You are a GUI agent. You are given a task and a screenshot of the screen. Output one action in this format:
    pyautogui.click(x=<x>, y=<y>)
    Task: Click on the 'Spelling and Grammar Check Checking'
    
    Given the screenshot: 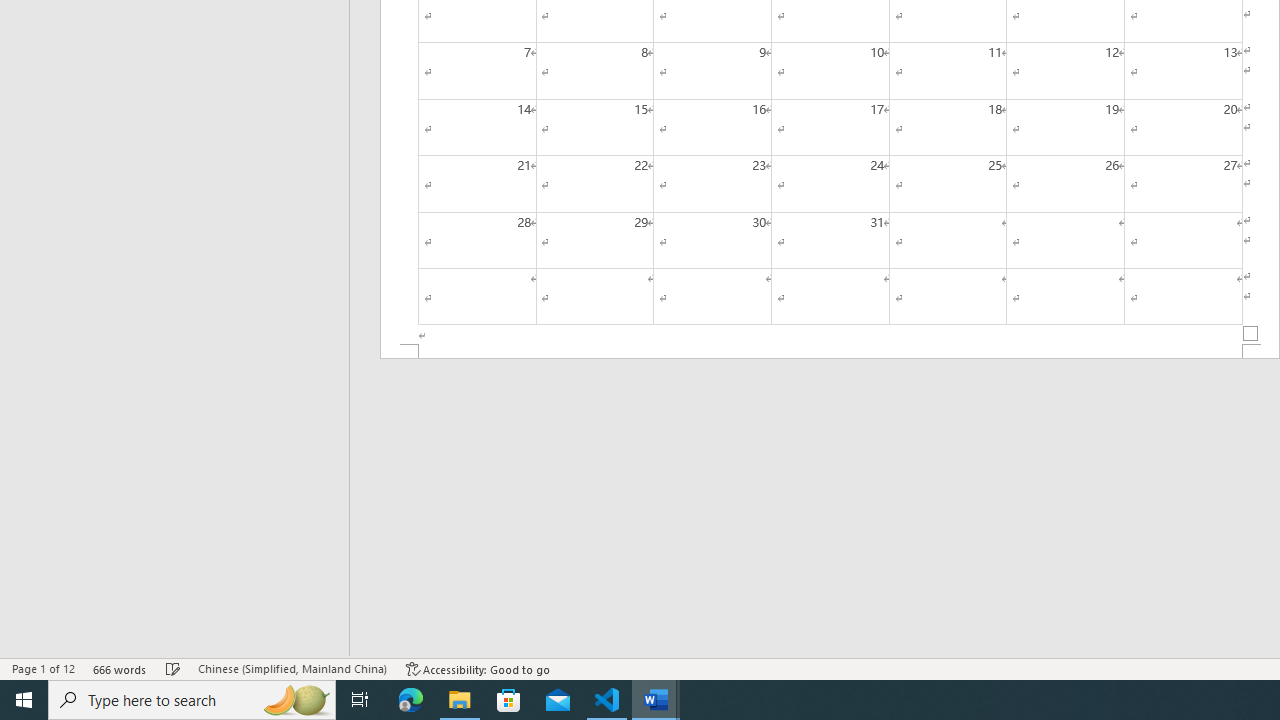 What is the action you would take?
    pyautogui.click(x=173, y=669)
    